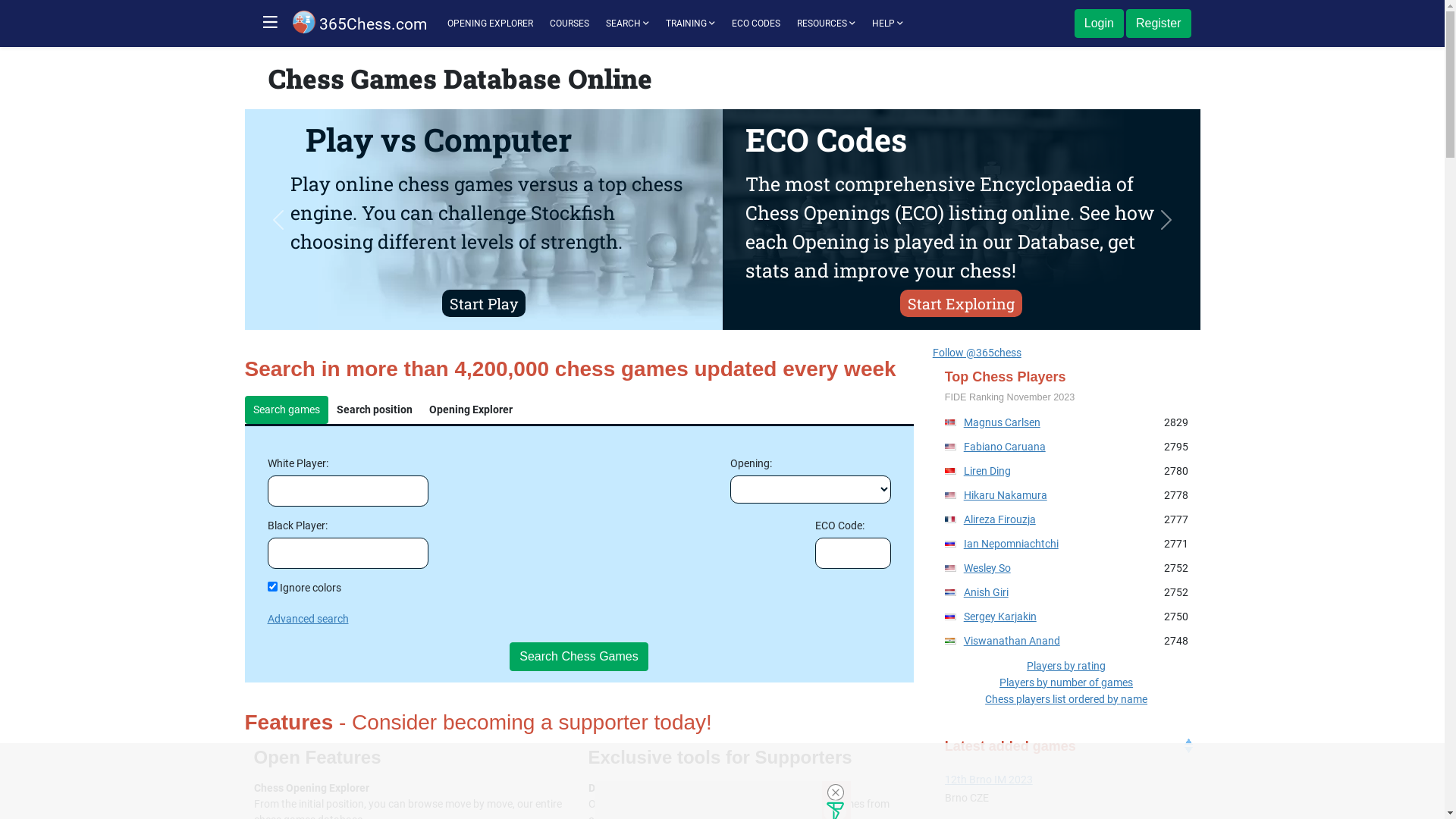 The image size is (1456, 819). I want to click on 'Anish Giri', so click(986, 591).